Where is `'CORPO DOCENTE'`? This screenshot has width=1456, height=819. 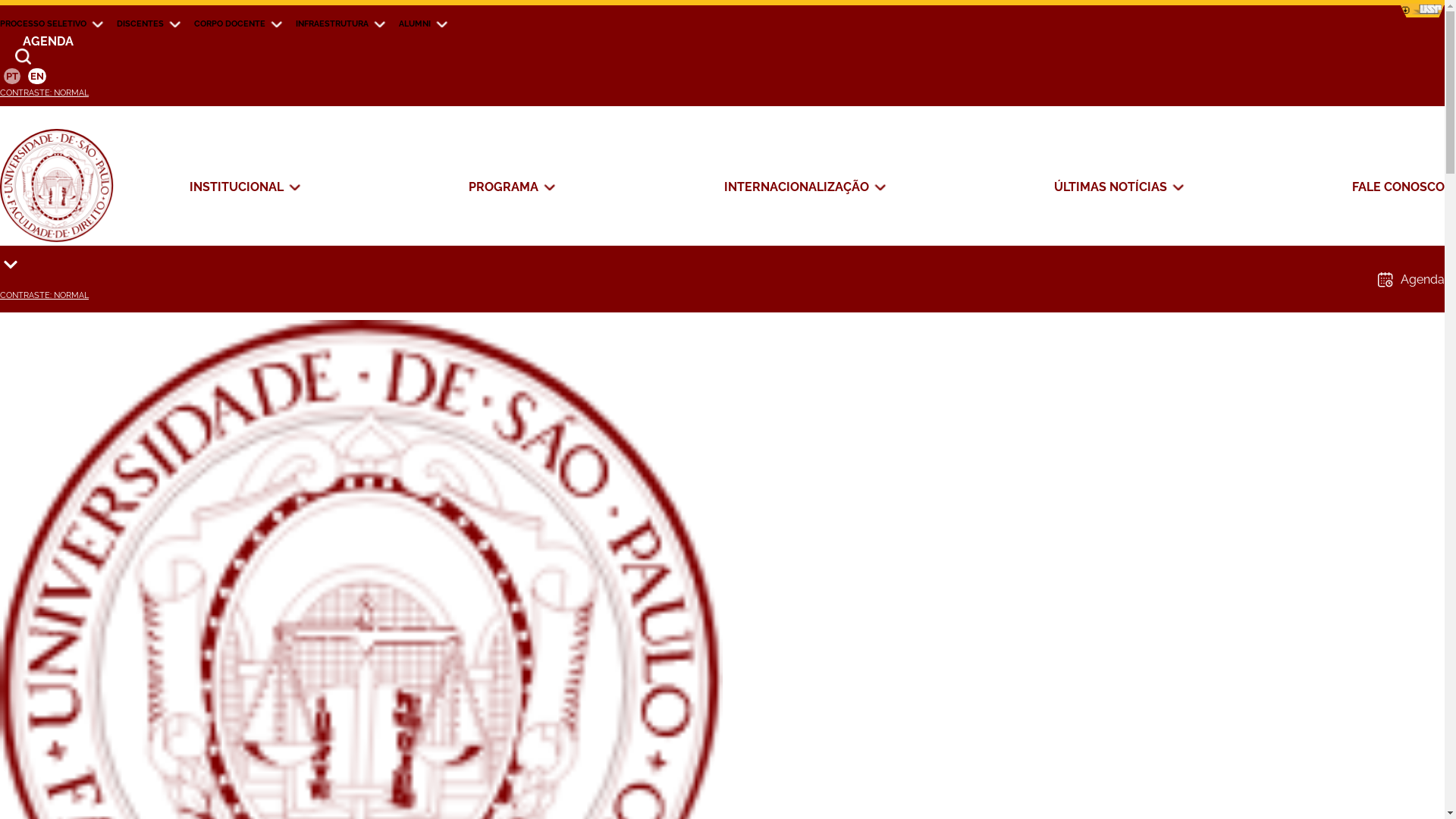
'CORPO DOCENTE' is located at coordinates (193, 23).